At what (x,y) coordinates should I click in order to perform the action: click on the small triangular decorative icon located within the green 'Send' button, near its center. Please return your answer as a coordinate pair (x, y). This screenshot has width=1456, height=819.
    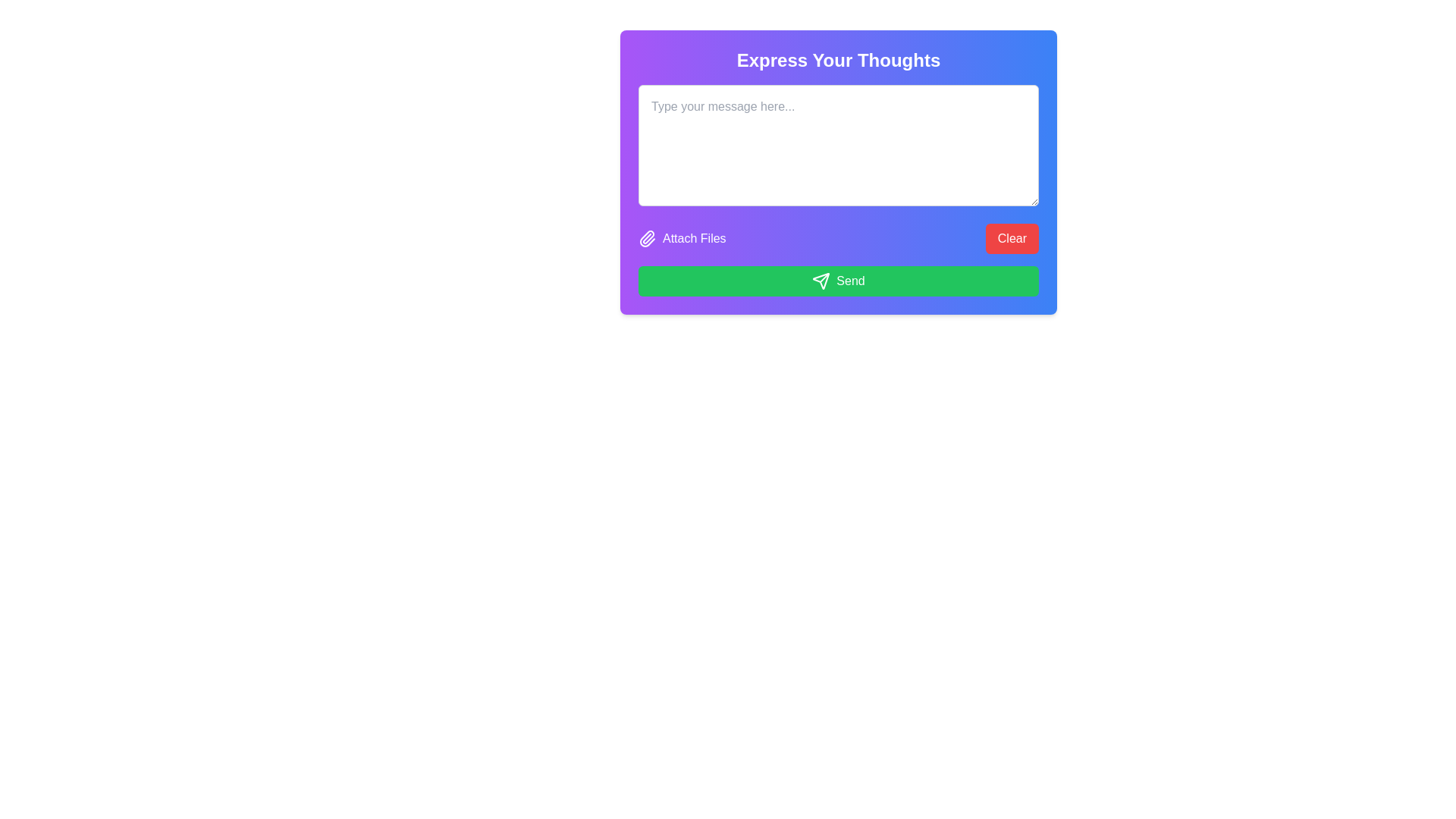
    Looking at the image, I should click on (821, 281).